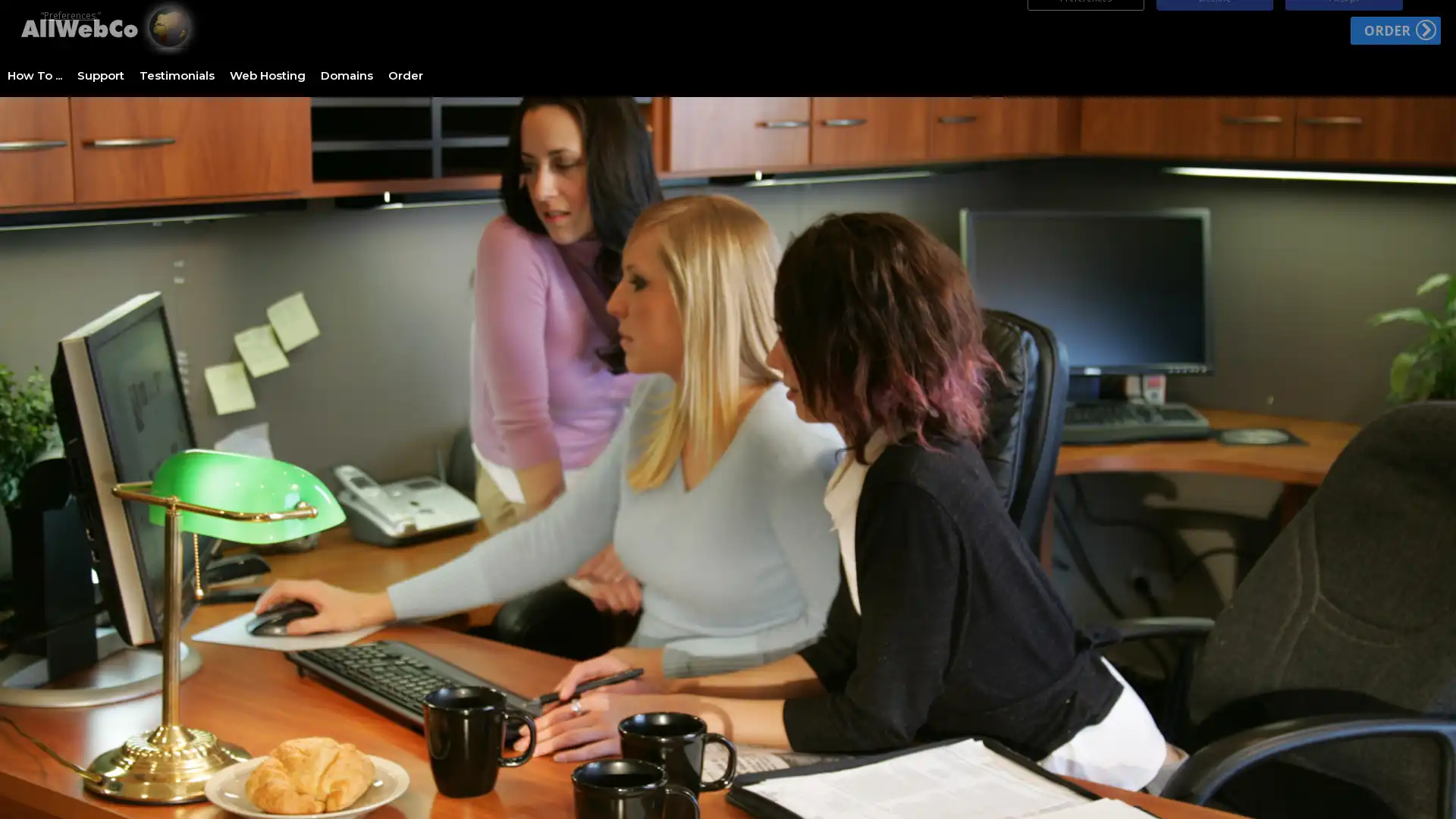  What do you see at coordinates (1084, 52) in the screenshot?
I see `Preferences` at bounding box center [1084, 52].